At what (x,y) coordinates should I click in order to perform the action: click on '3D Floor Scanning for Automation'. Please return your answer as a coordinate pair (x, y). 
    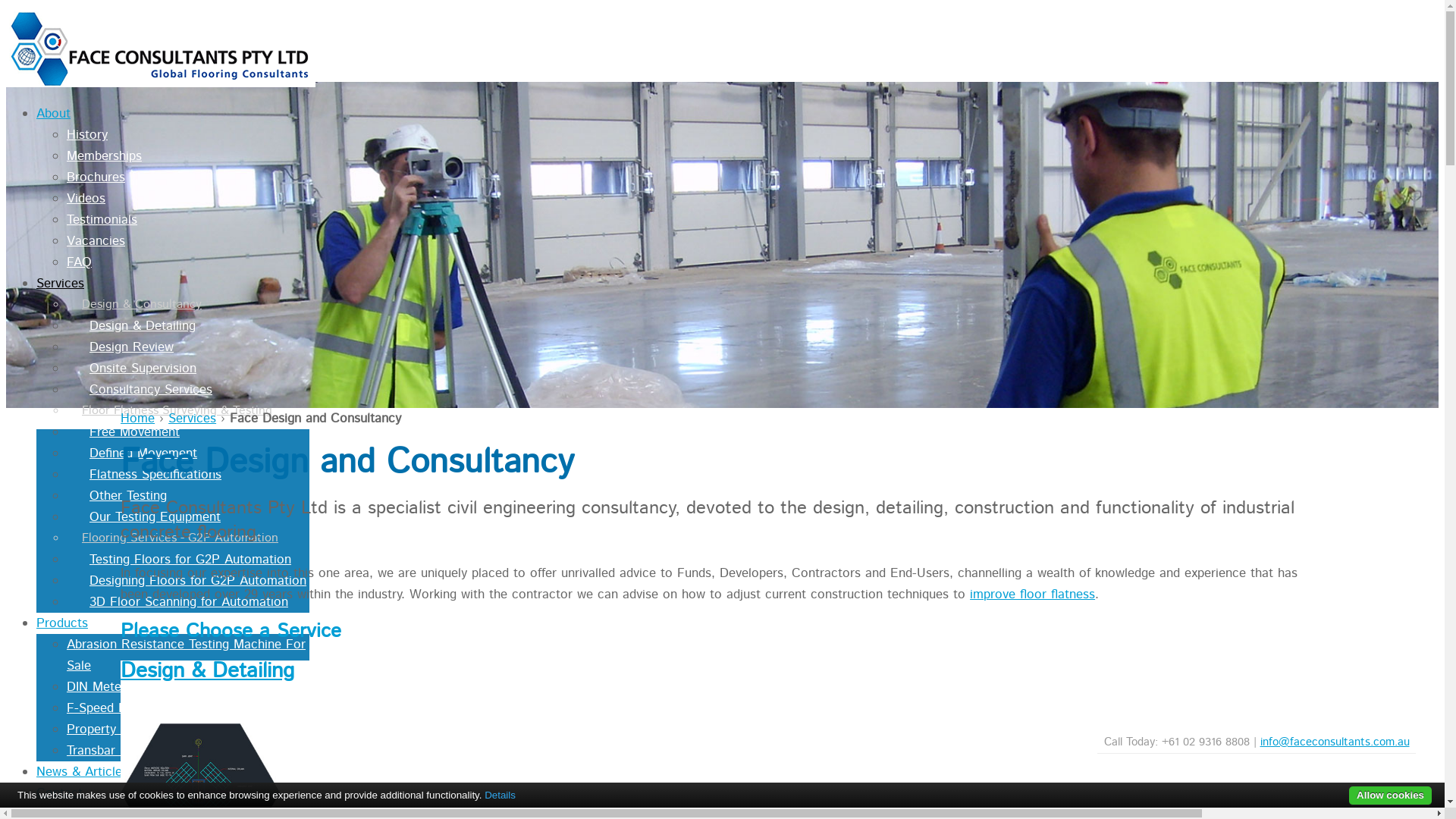
    Looking at the image, I should click on (177, 601).